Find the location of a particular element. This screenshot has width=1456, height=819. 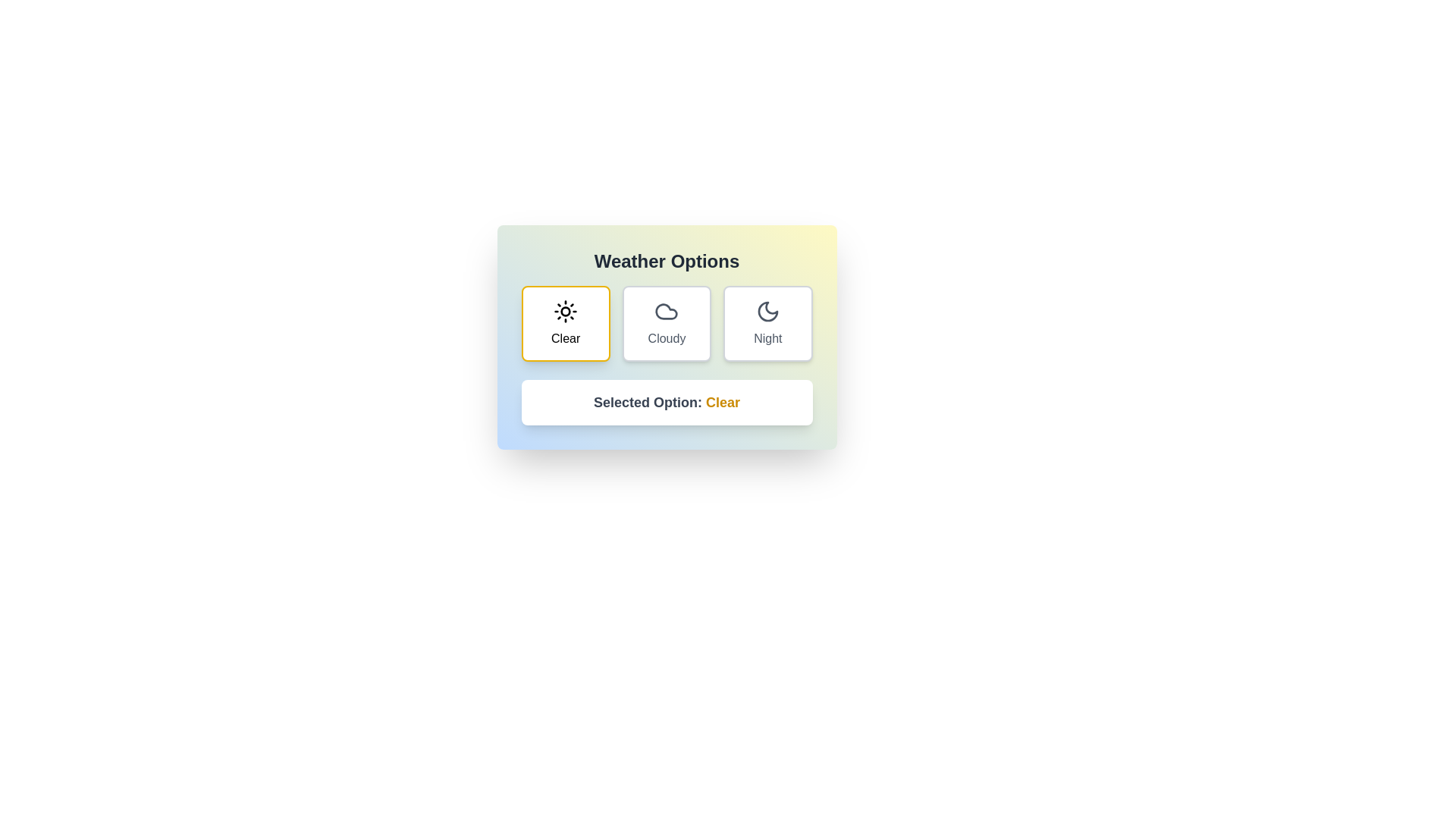

the 'Night' weather option icon, which is embedded in a selectable card labeled 'Night' is located at coordinates (767, 311).